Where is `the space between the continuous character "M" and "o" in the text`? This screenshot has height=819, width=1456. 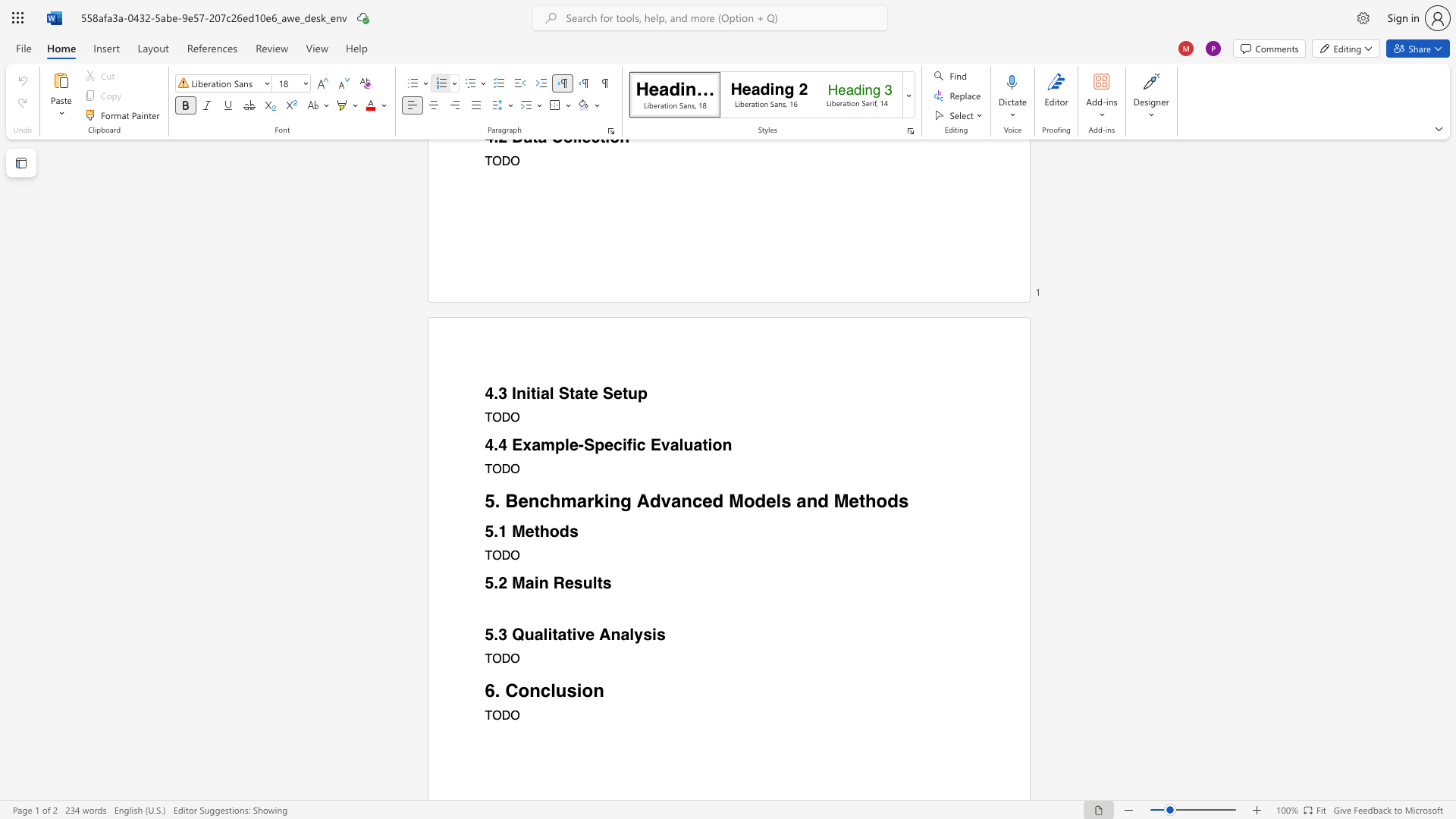 the space between the continuous character "M" and "o" in the text is located at coordinates (742, 500).